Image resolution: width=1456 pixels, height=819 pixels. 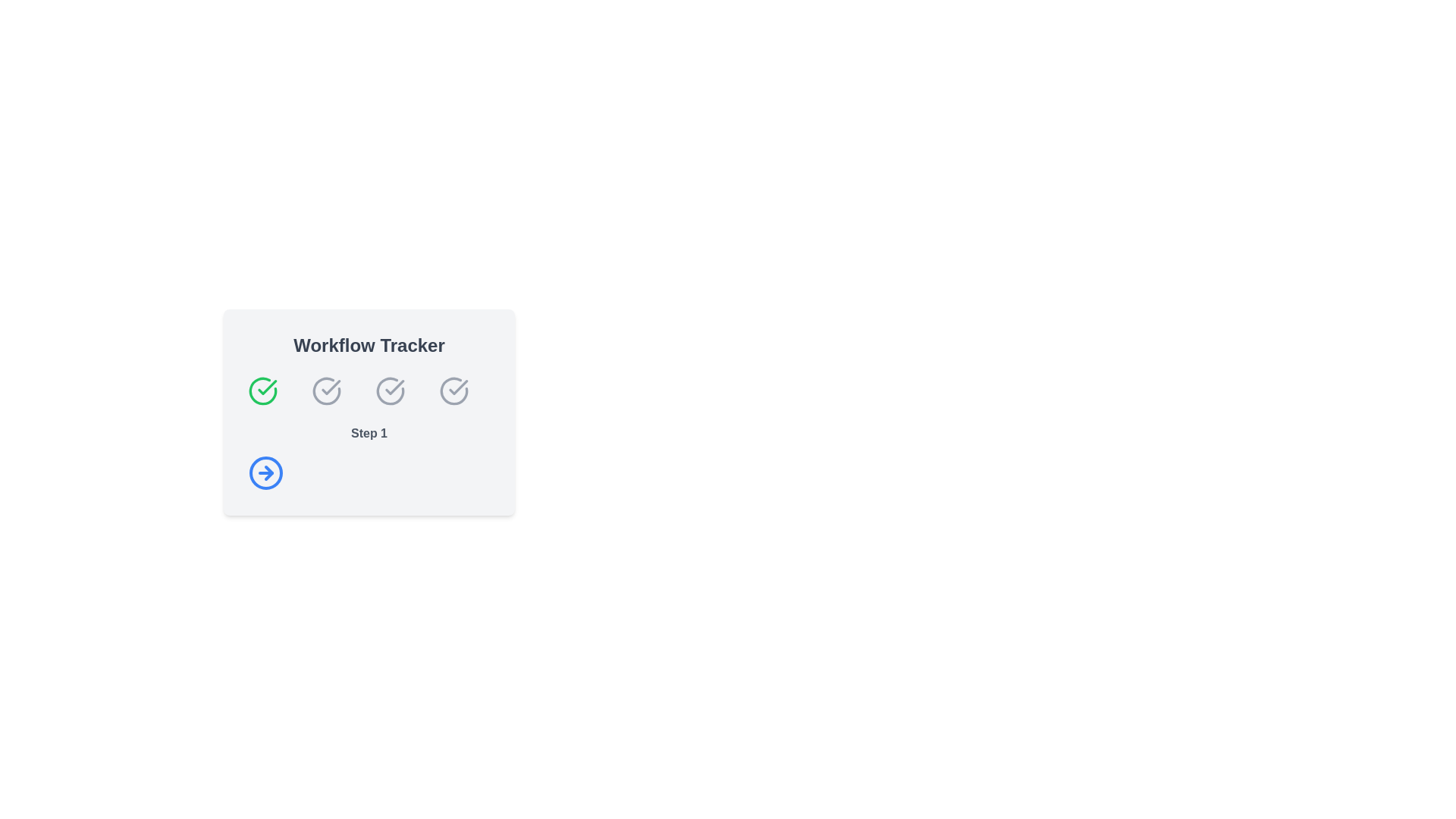 I want to click on the textual label 'Step 1', which is styled with medium-sized bold gray font, so click(x=369, y=433).